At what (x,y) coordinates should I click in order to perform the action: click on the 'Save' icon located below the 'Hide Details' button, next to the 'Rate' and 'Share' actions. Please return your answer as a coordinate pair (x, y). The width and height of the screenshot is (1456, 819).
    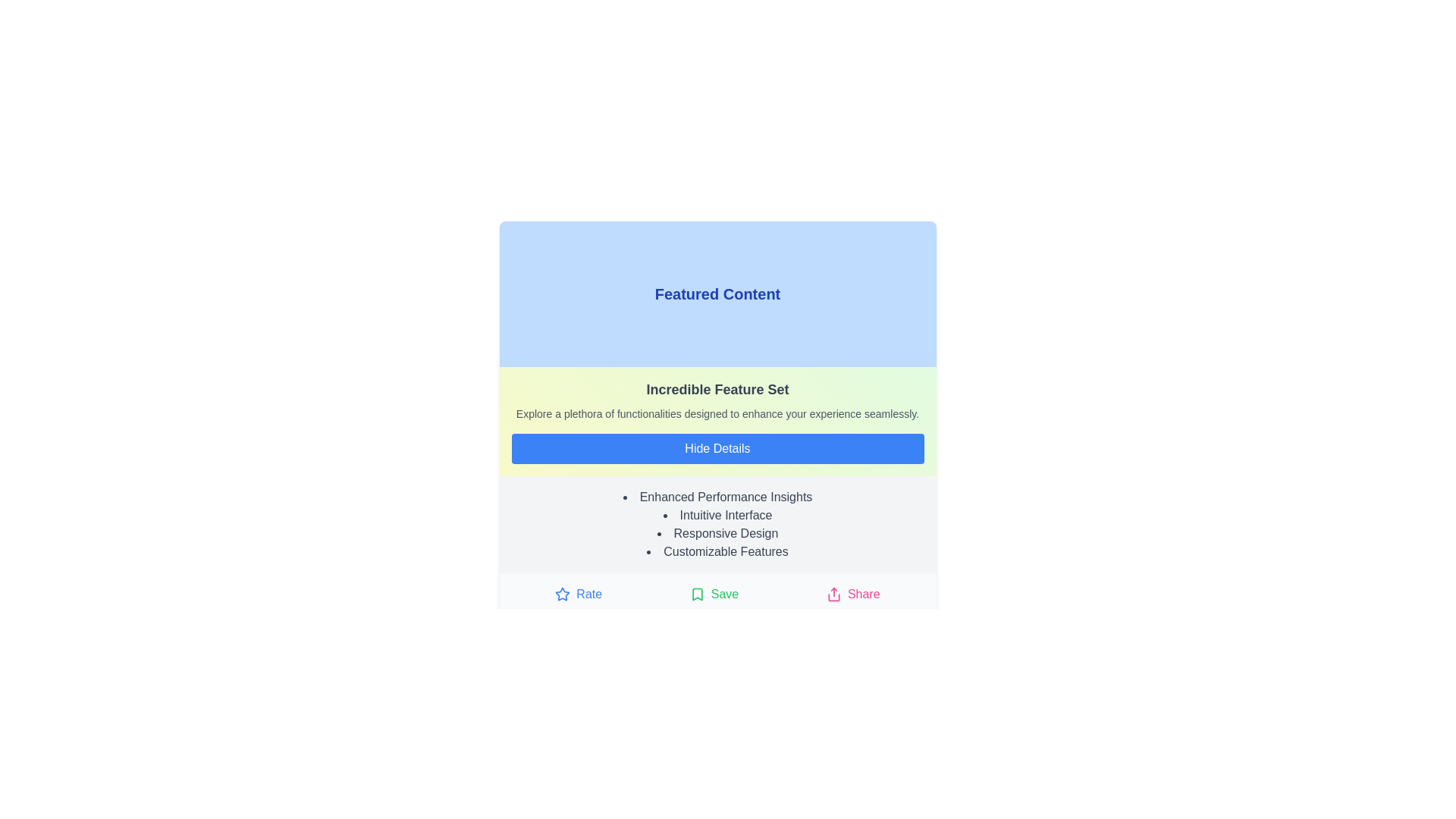
    Looking at the image, I should click on (696, 593).